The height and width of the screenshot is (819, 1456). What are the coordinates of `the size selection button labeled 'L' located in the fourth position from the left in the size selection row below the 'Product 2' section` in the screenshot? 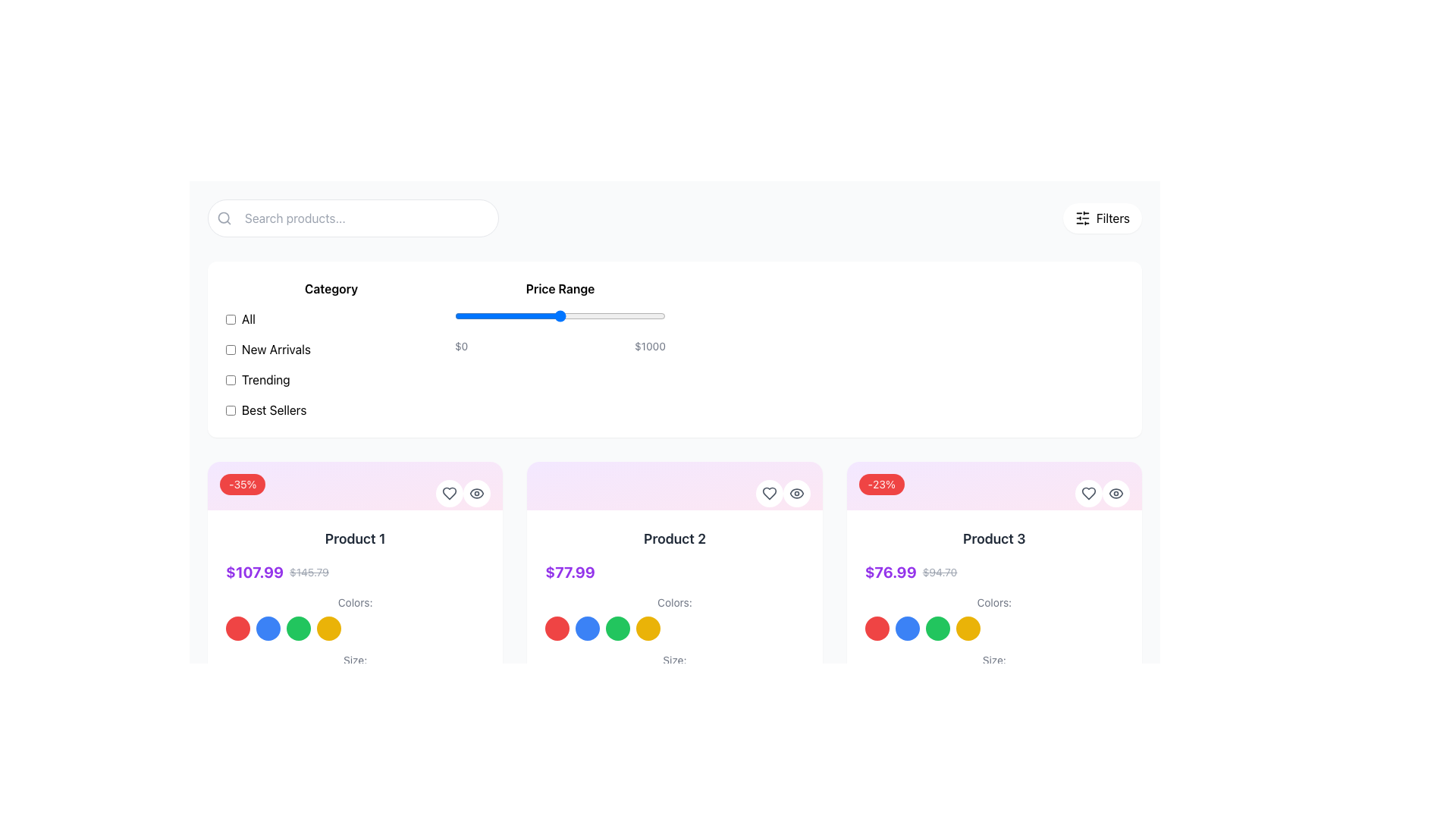 It's located at (668, 687).